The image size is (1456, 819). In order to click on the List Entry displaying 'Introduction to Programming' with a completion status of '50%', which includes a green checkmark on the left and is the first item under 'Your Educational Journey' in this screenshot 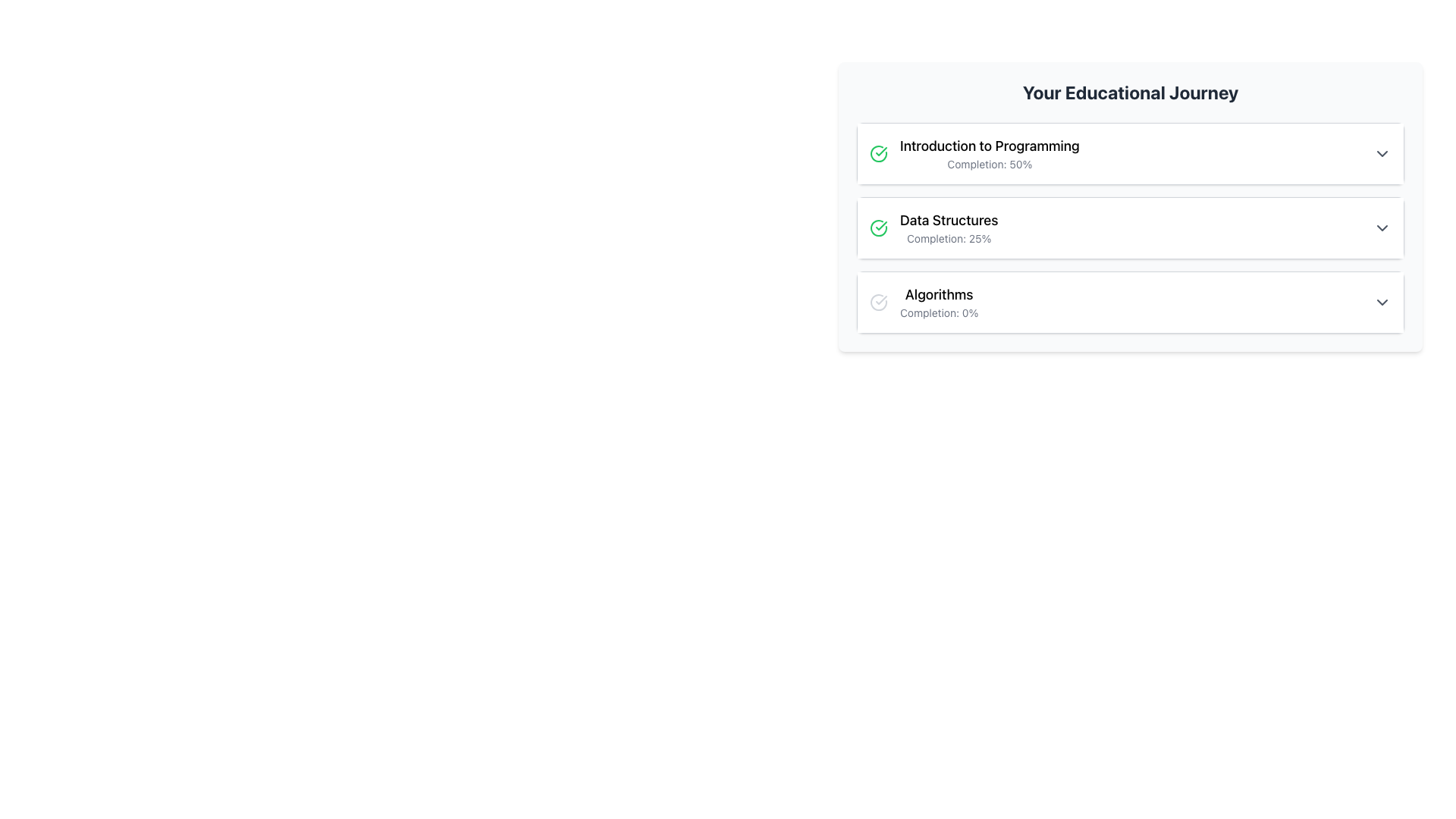, I will do `click(974, 154)`.